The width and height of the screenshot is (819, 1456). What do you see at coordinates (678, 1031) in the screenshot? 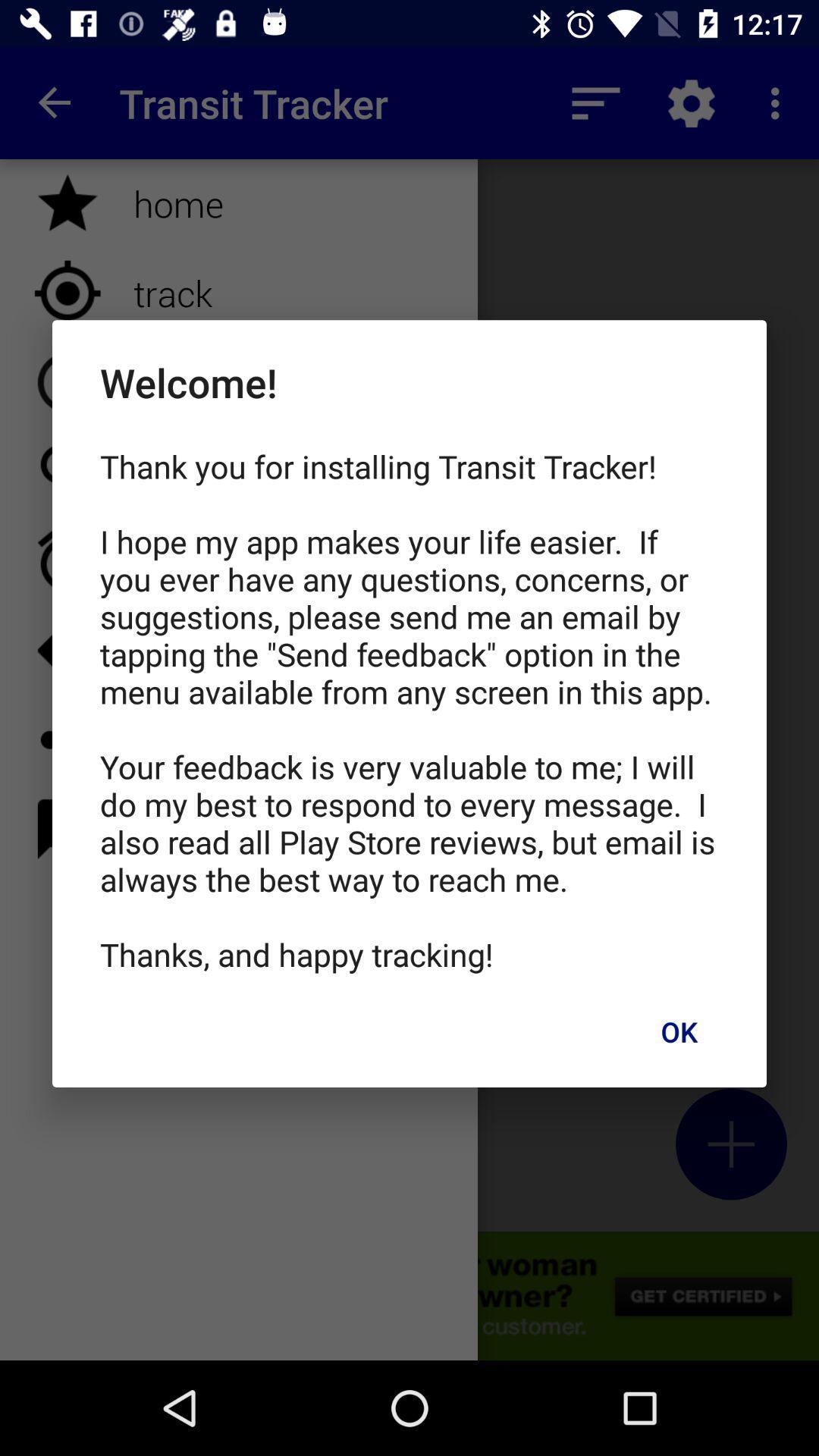
I see `item at the bottom right corner` at bounding box center [678, 1031].